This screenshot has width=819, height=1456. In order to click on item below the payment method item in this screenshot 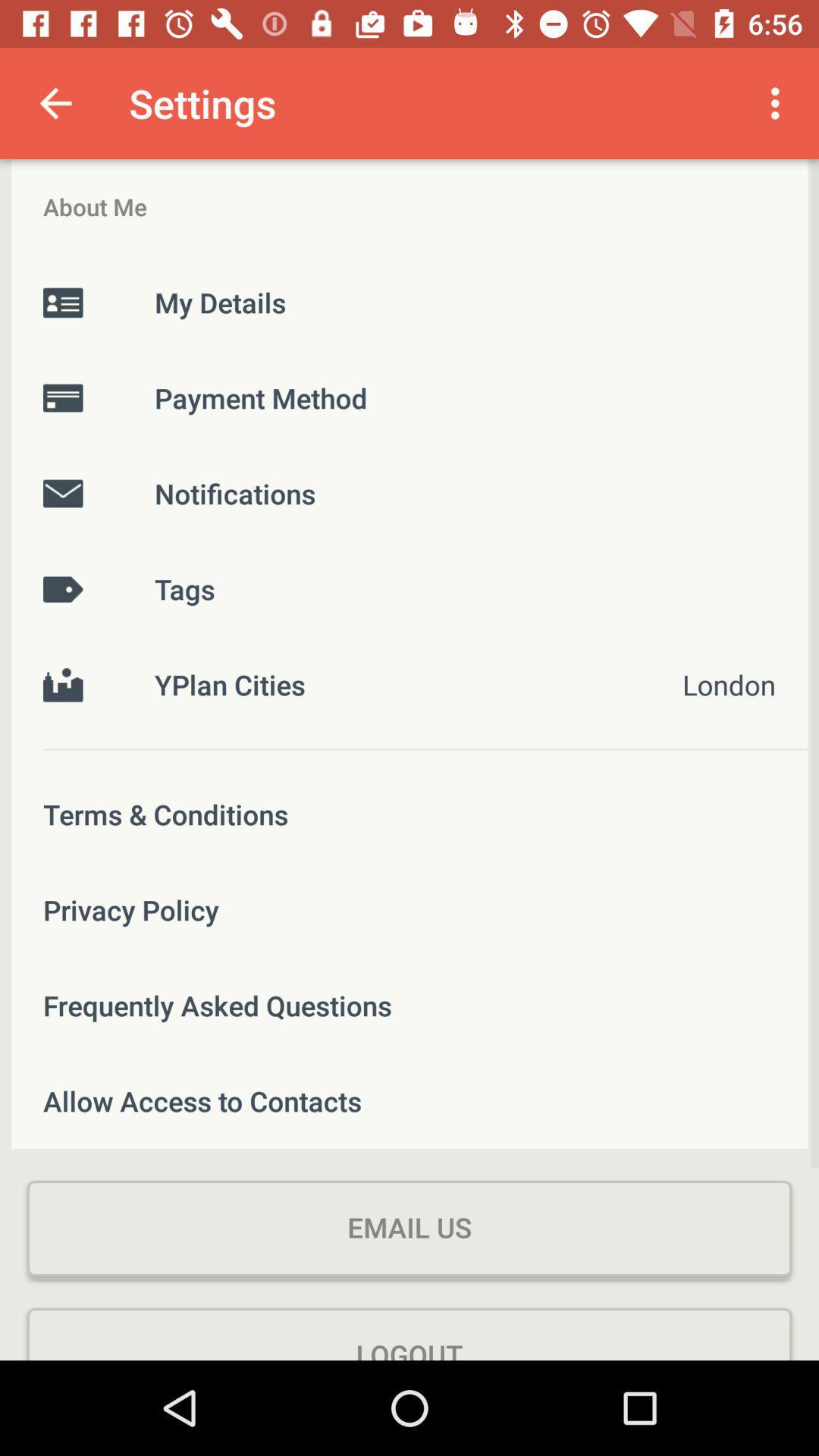, I will do `click(409, 494)`.